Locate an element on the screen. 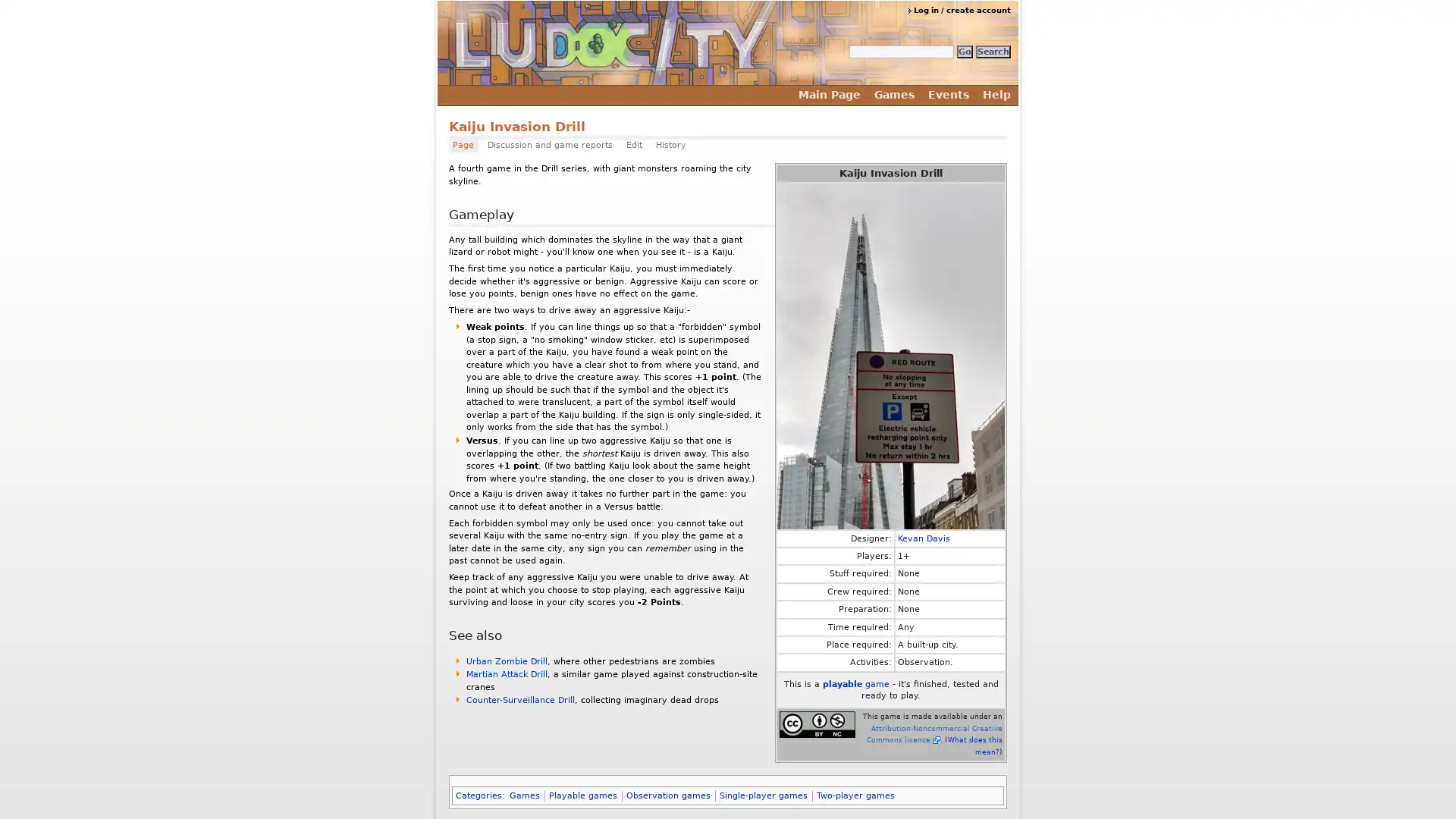 This screenshot has width=1456, height=819. Search is located at coordinates (993, 51).